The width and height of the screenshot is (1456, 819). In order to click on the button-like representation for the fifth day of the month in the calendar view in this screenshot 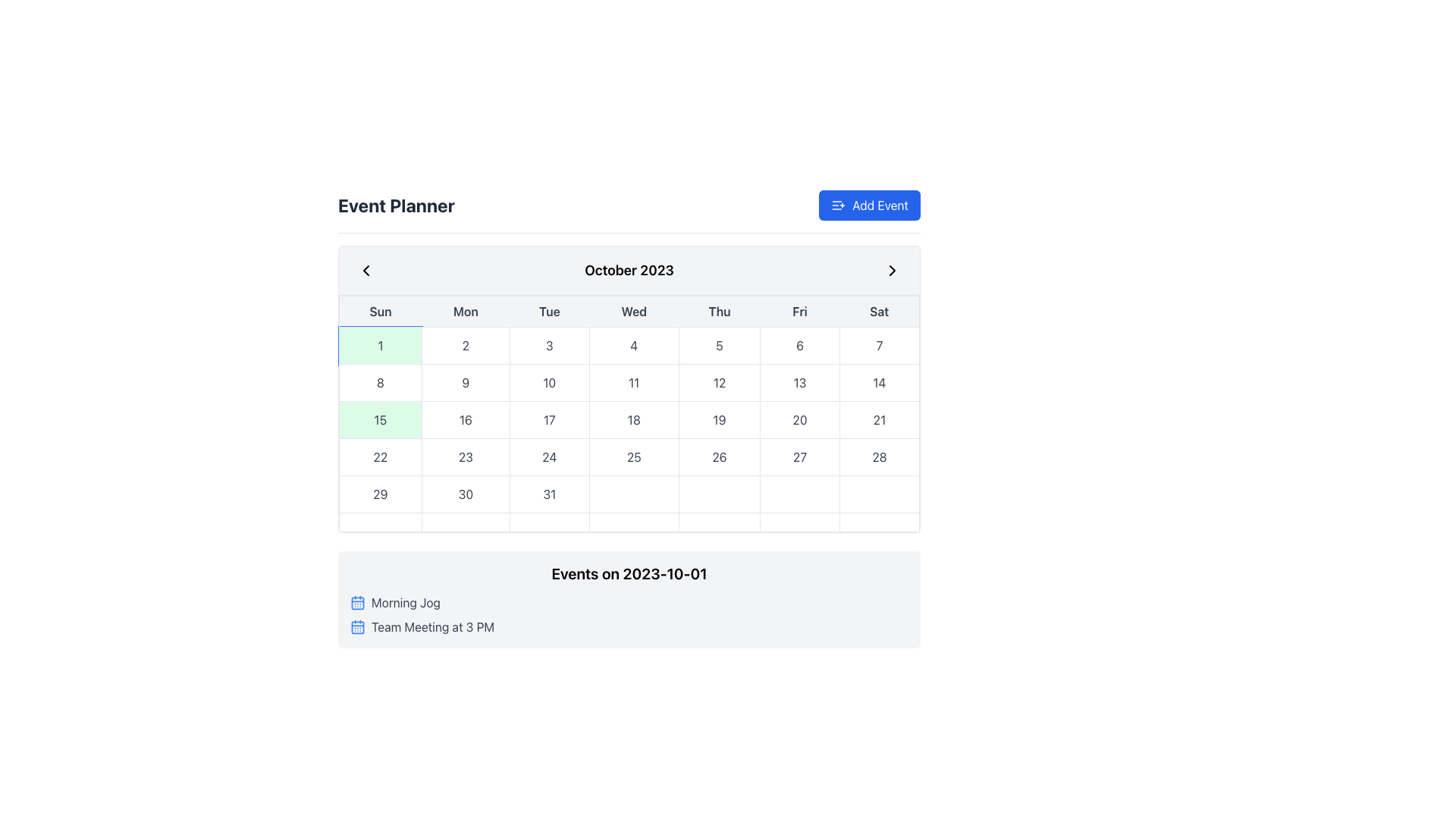, I will do `click(719, 345)`.